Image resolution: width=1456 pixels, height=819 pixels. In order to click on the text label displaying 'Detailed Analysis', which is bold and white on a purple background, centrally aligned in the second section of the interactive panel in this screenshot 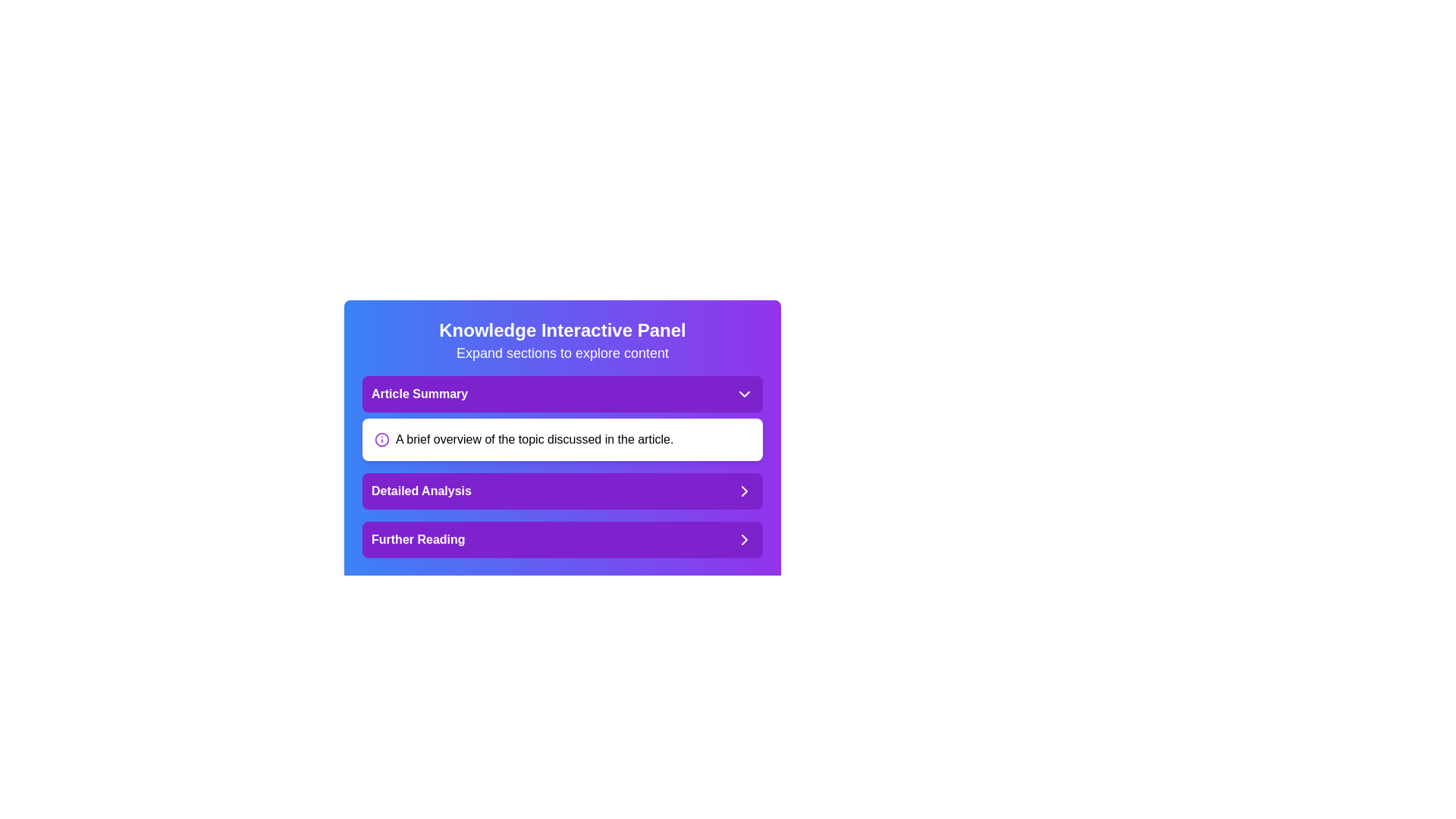, I will do `click(422, 491)`.